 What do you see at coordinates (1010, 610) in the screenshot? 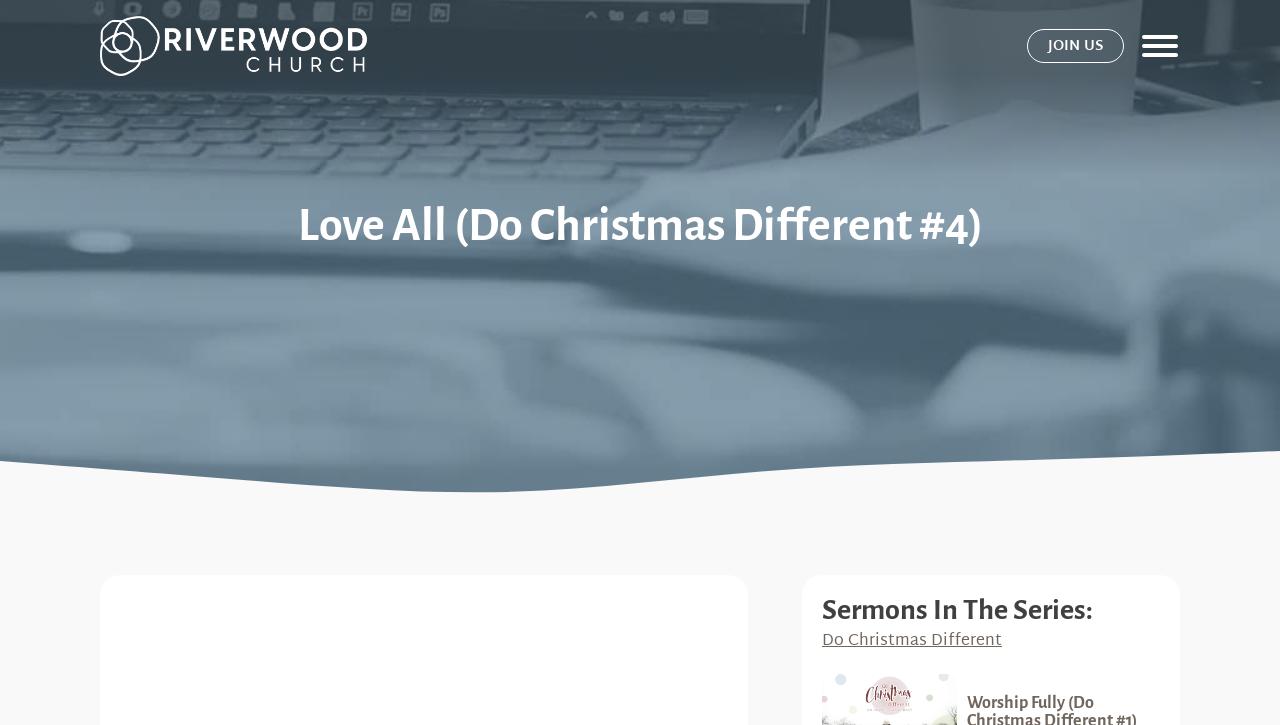
I see `'Annual Reports'` at bounding box center [1010, 610].